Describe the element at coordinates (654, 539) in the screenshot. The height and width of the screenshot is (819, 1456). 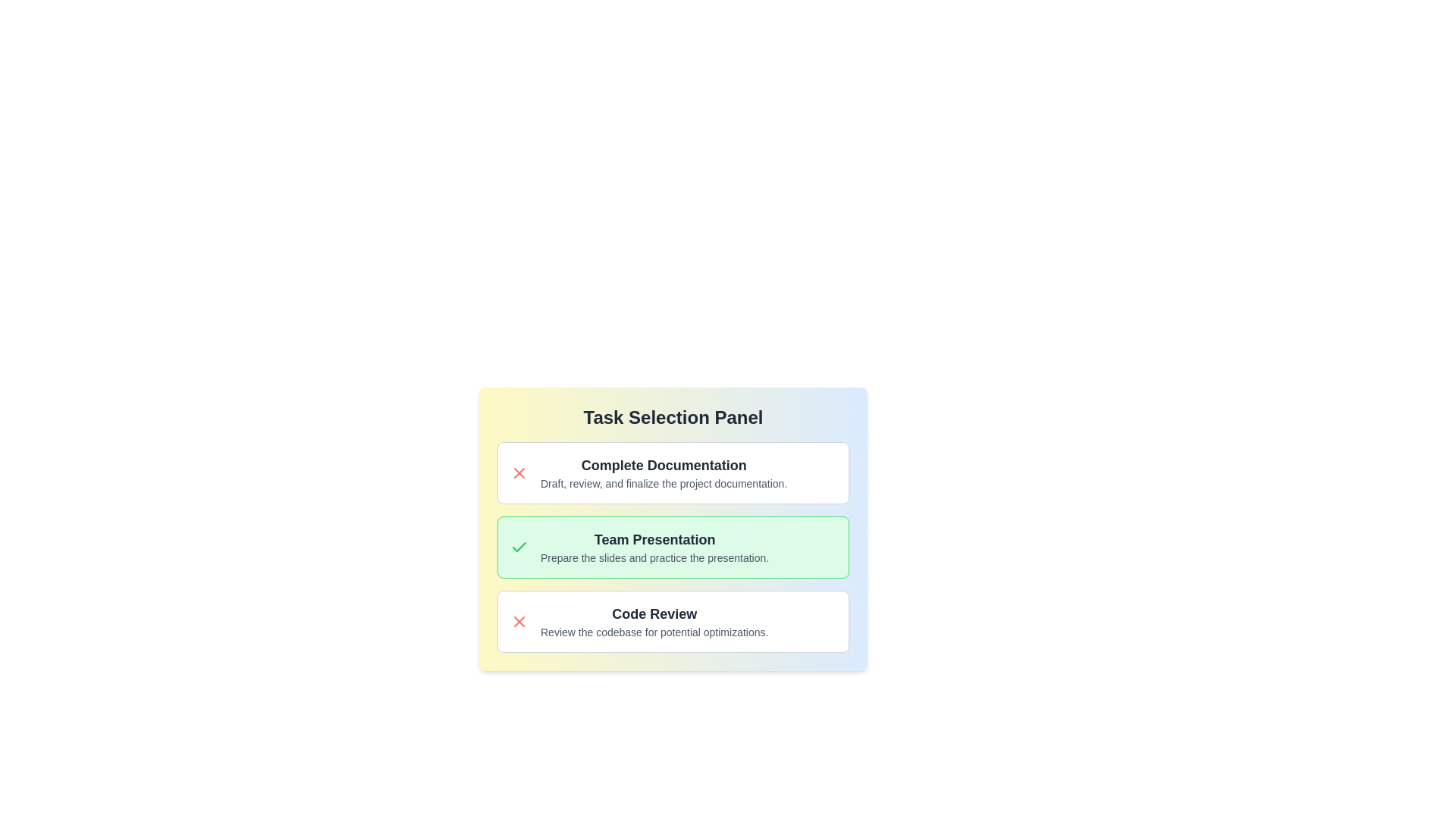
I see `the Text Label that describes the task 'Team Presentation', located within the green-highlighted section and positioned between 'Complete Documentation' and 'Code Review'` at that location.